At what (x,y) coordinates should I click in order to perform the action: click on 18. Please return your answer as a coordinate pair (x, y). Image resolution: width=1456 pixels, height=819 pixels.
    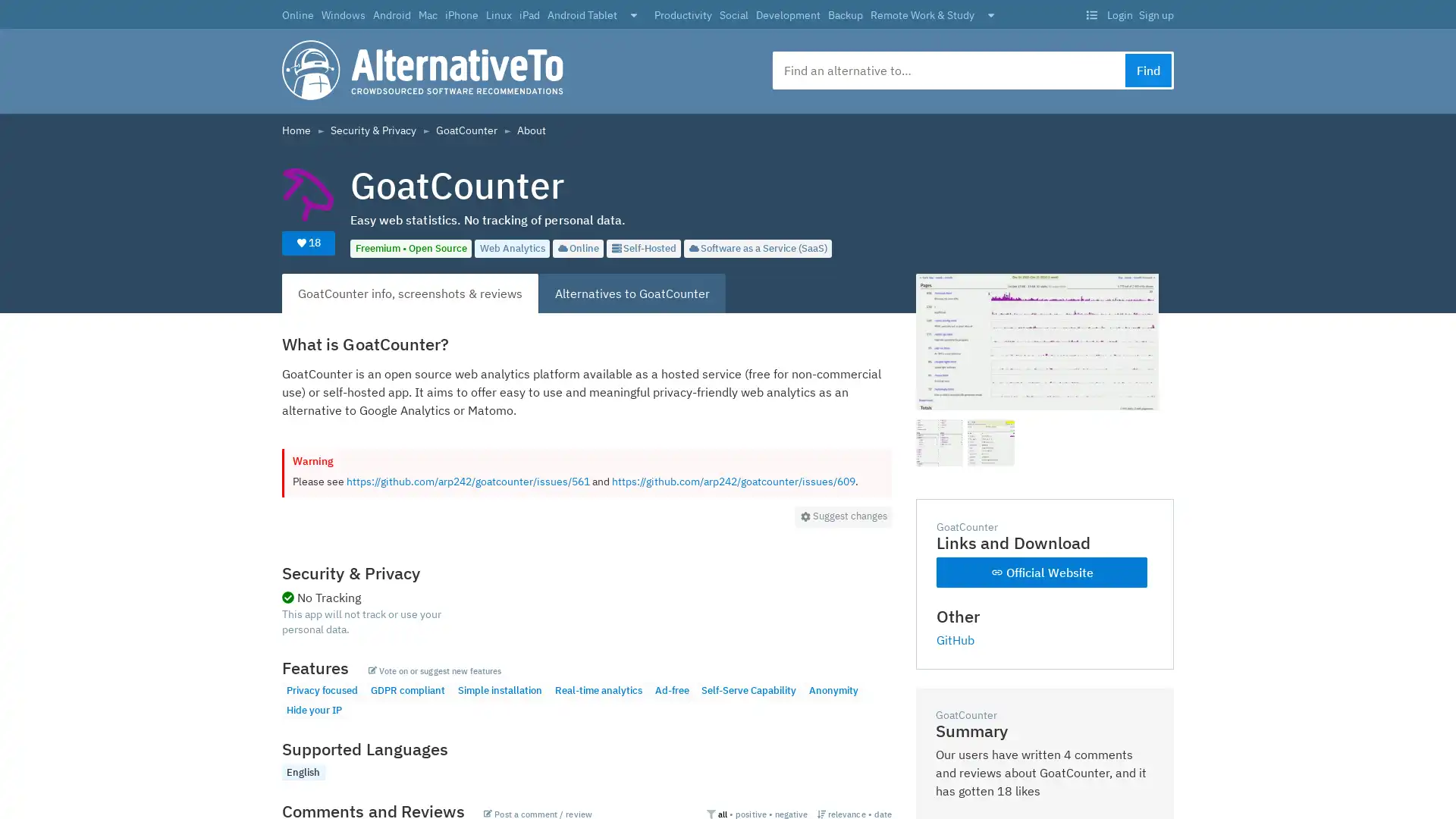
    Looking at the image, I should click on (308, 242).